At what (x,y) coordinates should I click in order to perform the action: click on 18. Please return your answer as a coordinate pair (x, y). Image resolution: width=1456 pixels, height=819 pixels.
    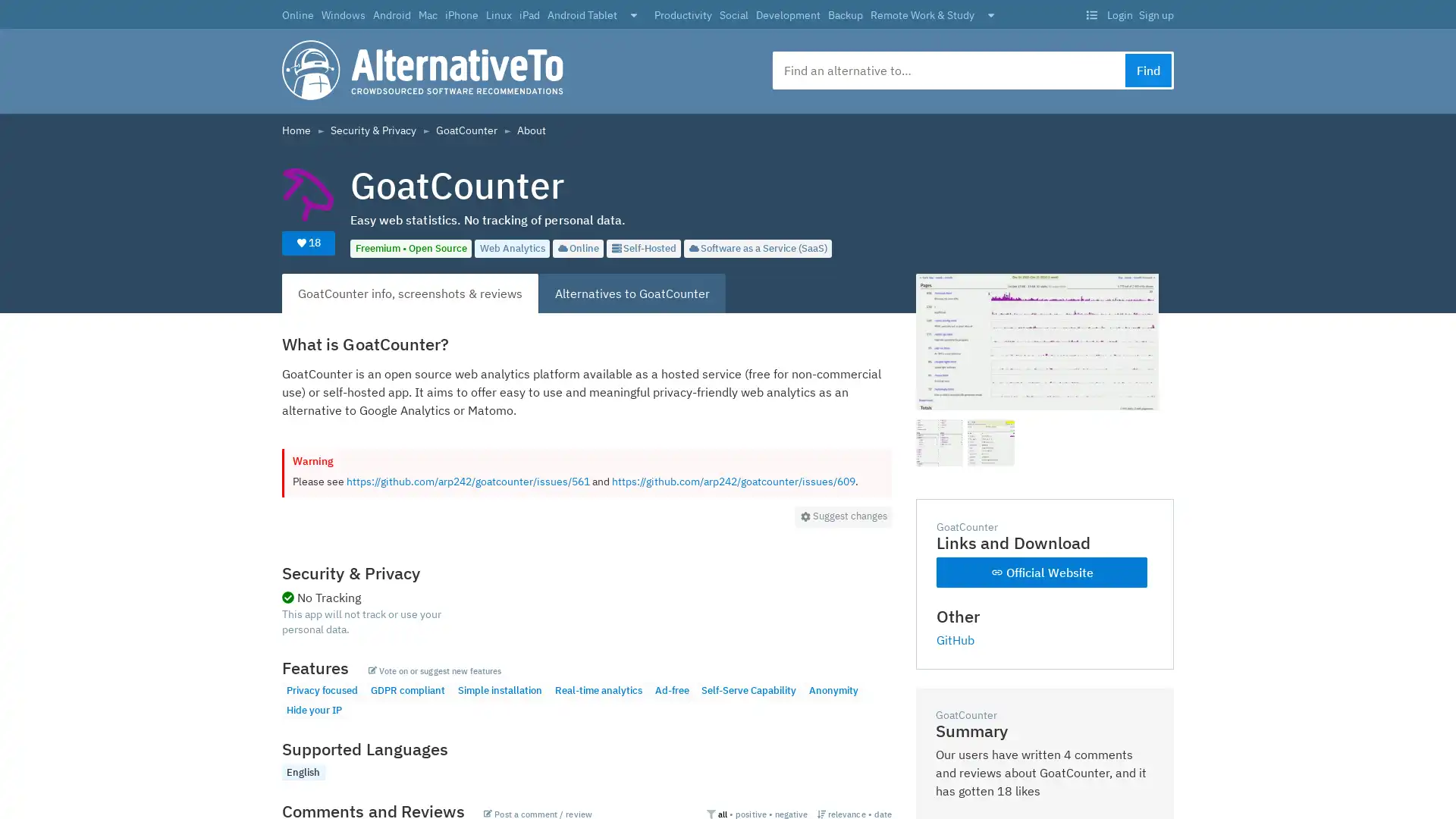
    Looking at the image, I should click on (308, 242).